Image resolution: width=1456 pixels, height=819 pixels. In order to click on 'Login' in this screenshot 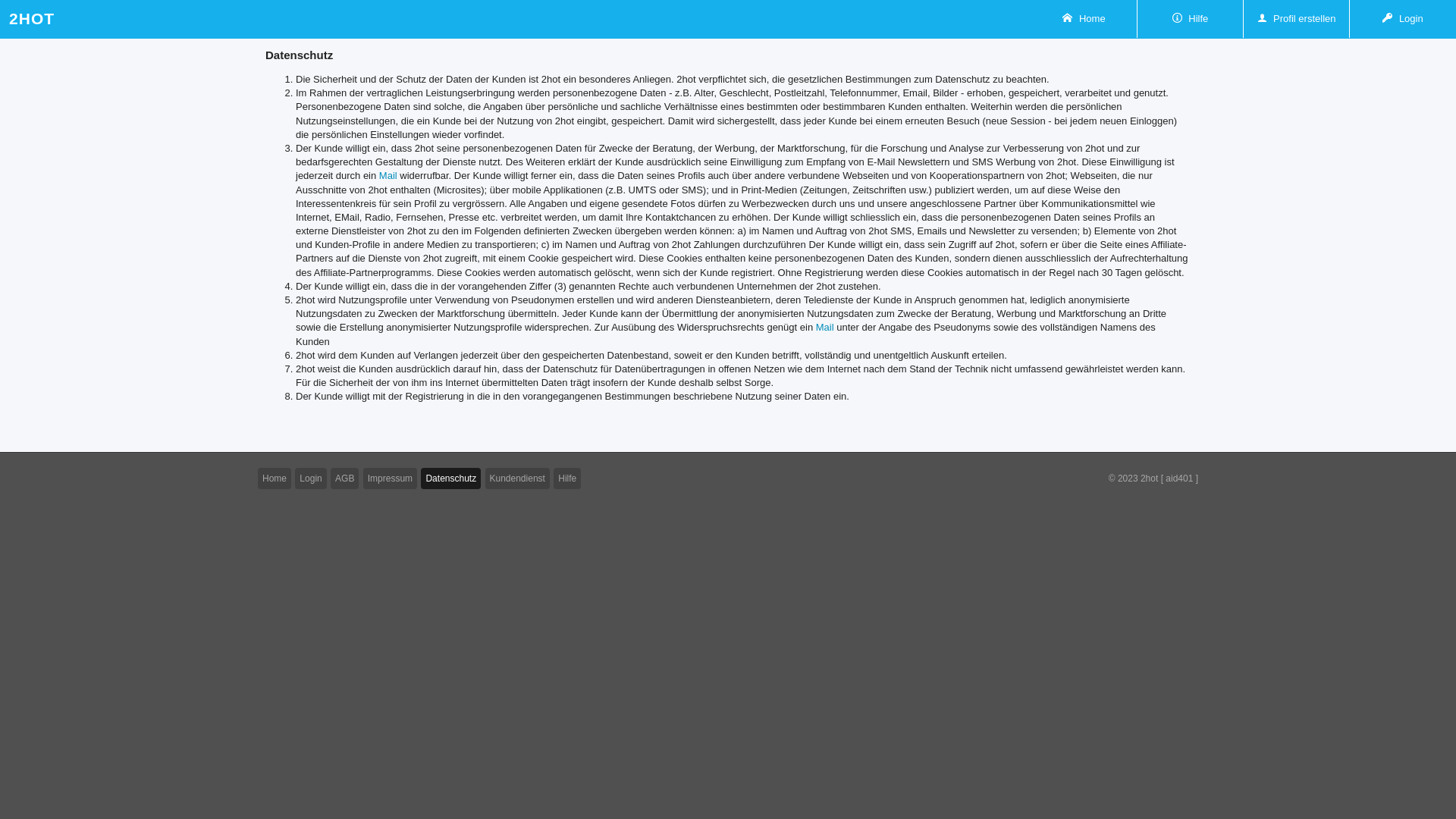, I will do `click(294, 478)`.